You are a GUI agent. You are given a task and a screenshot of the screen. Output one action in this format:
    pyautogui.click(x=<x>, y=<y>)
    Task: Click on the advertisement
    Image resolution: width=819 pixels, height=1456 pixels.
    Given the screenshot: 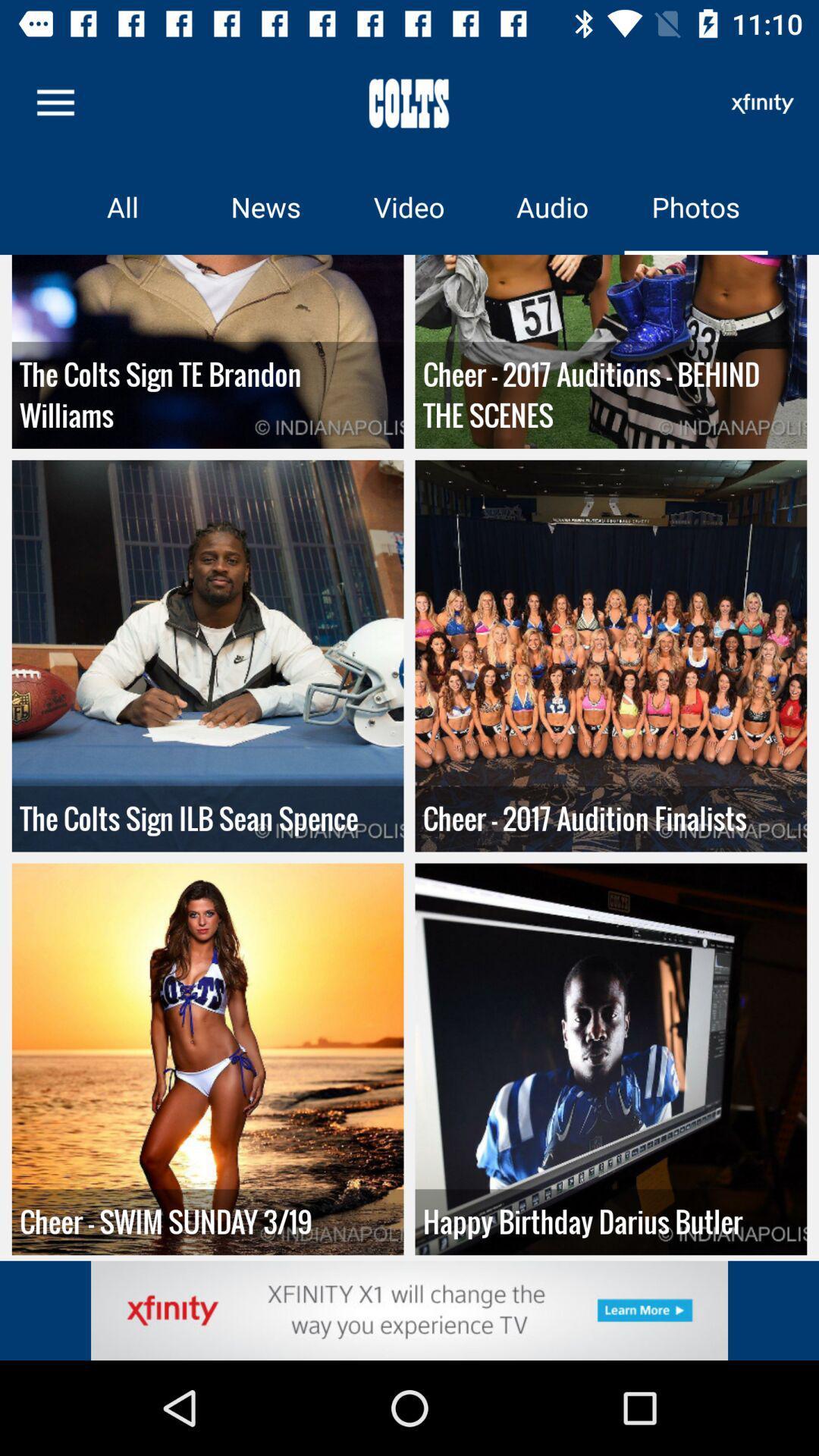 What is the action you would take?
    pyautogui.click(x=409, y=1310)
    